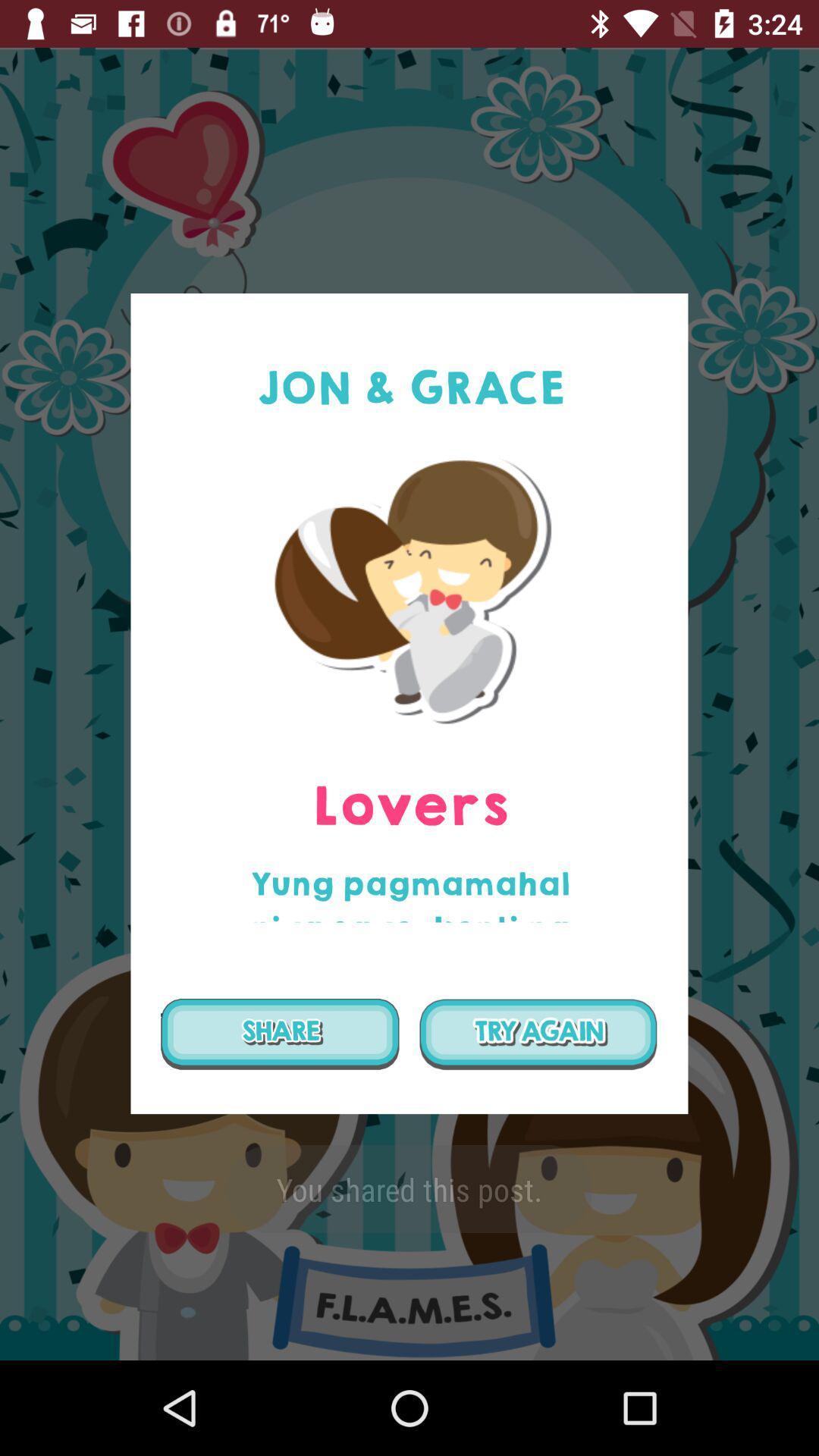 The width and height of the screenshot is (819, 1456). I want to click on share, so click(280, 1033).